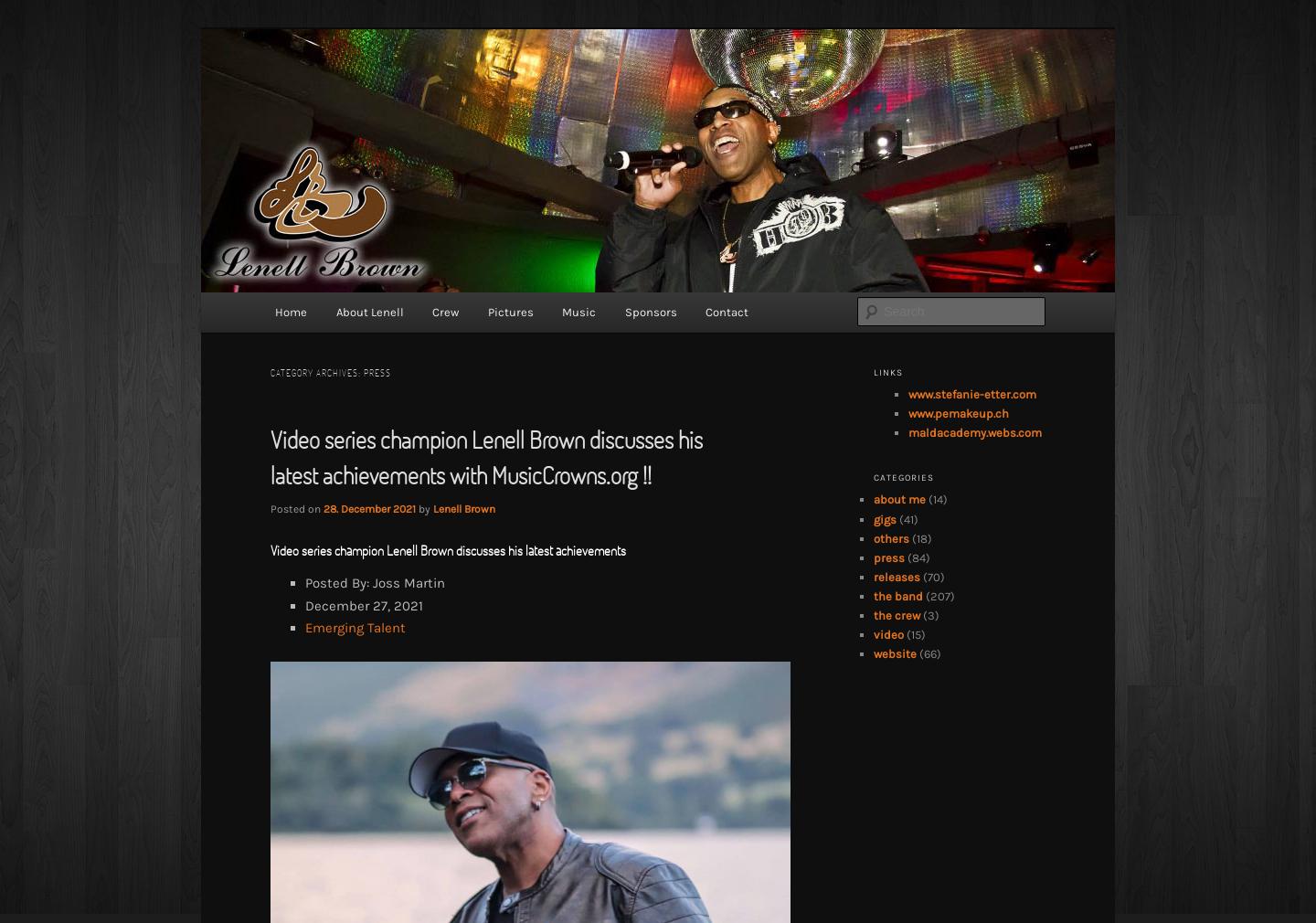 The image size is (1316, 923). Describe the element at coordinates (874, 372) in the screenshot. I see `'Links'` at that location.